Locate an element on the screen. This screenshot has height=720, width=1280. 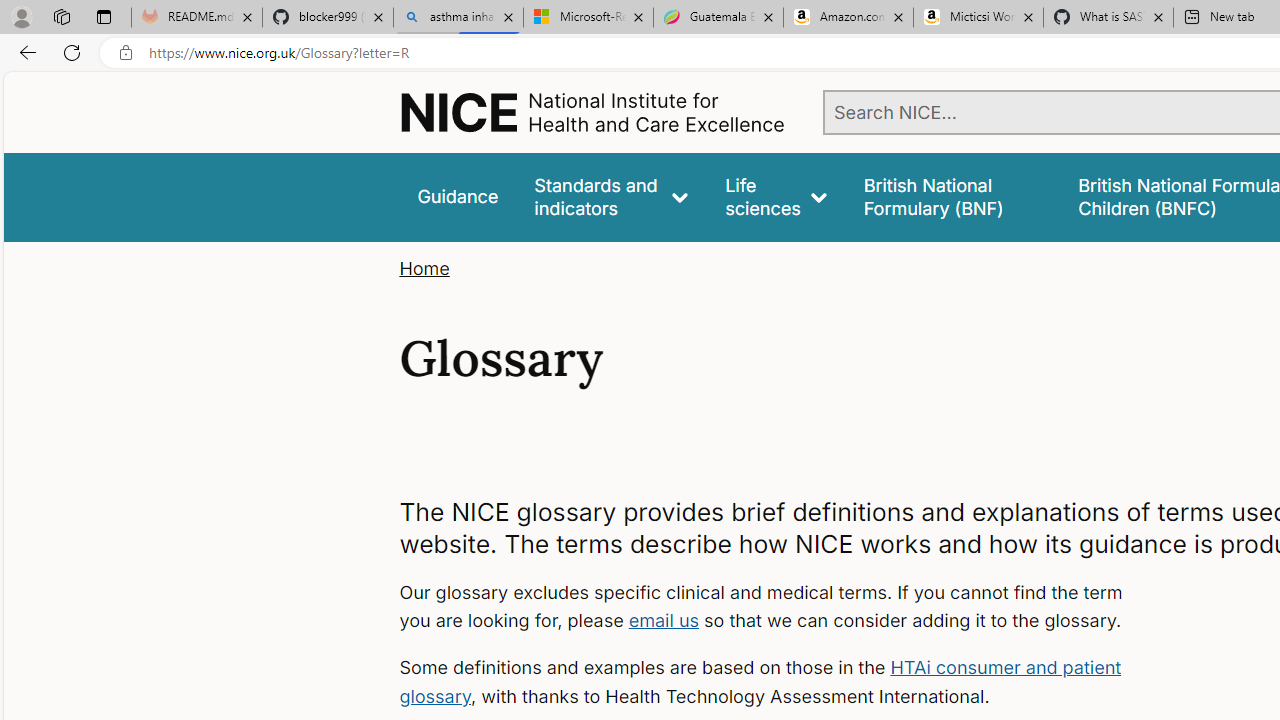
'Tab actions menu' is located at coordinates (103, 16).